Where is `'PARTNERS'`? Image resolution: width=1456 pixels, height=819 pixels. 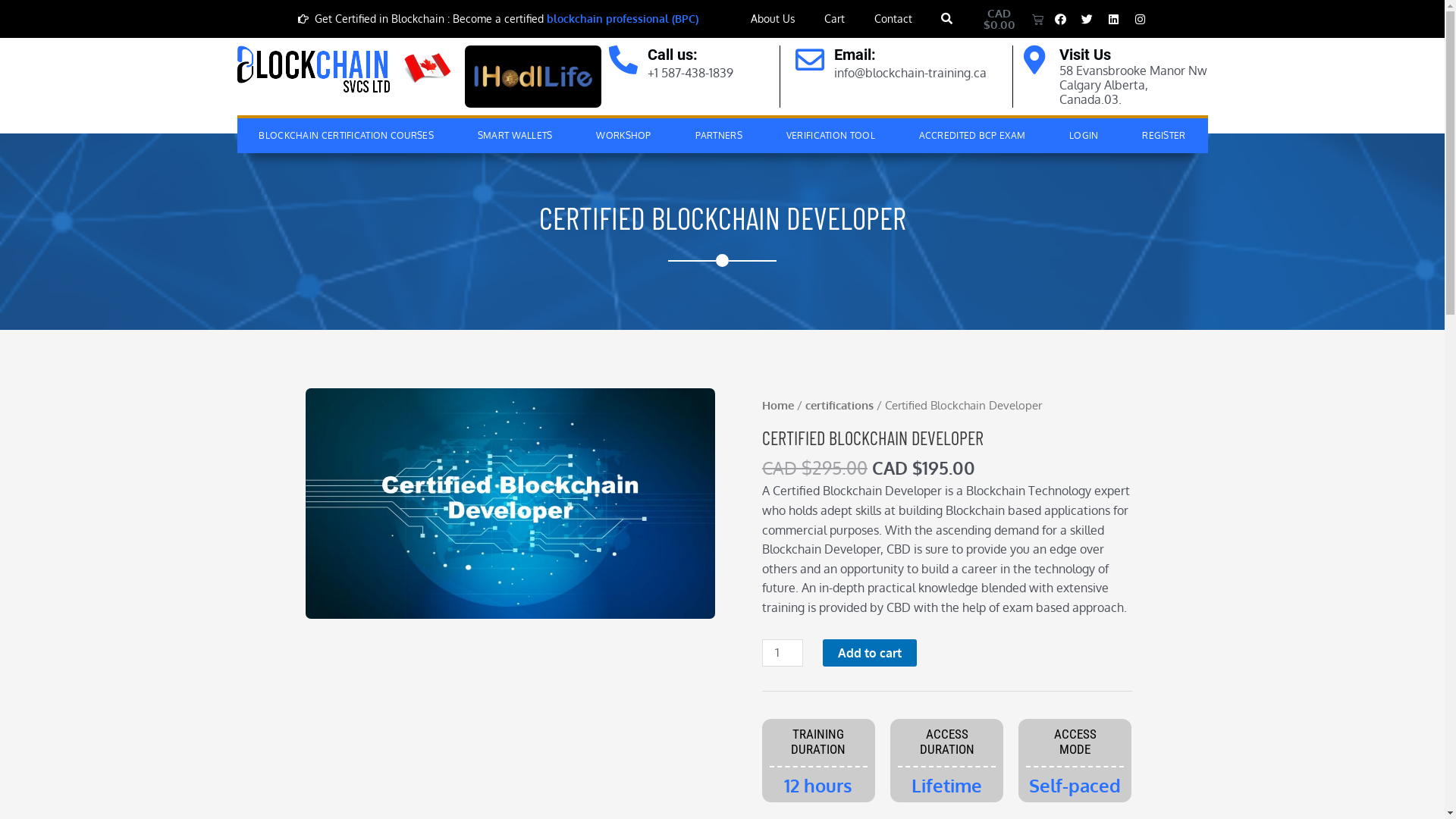 'PARTNERS' is located at coordinates (718, 134).